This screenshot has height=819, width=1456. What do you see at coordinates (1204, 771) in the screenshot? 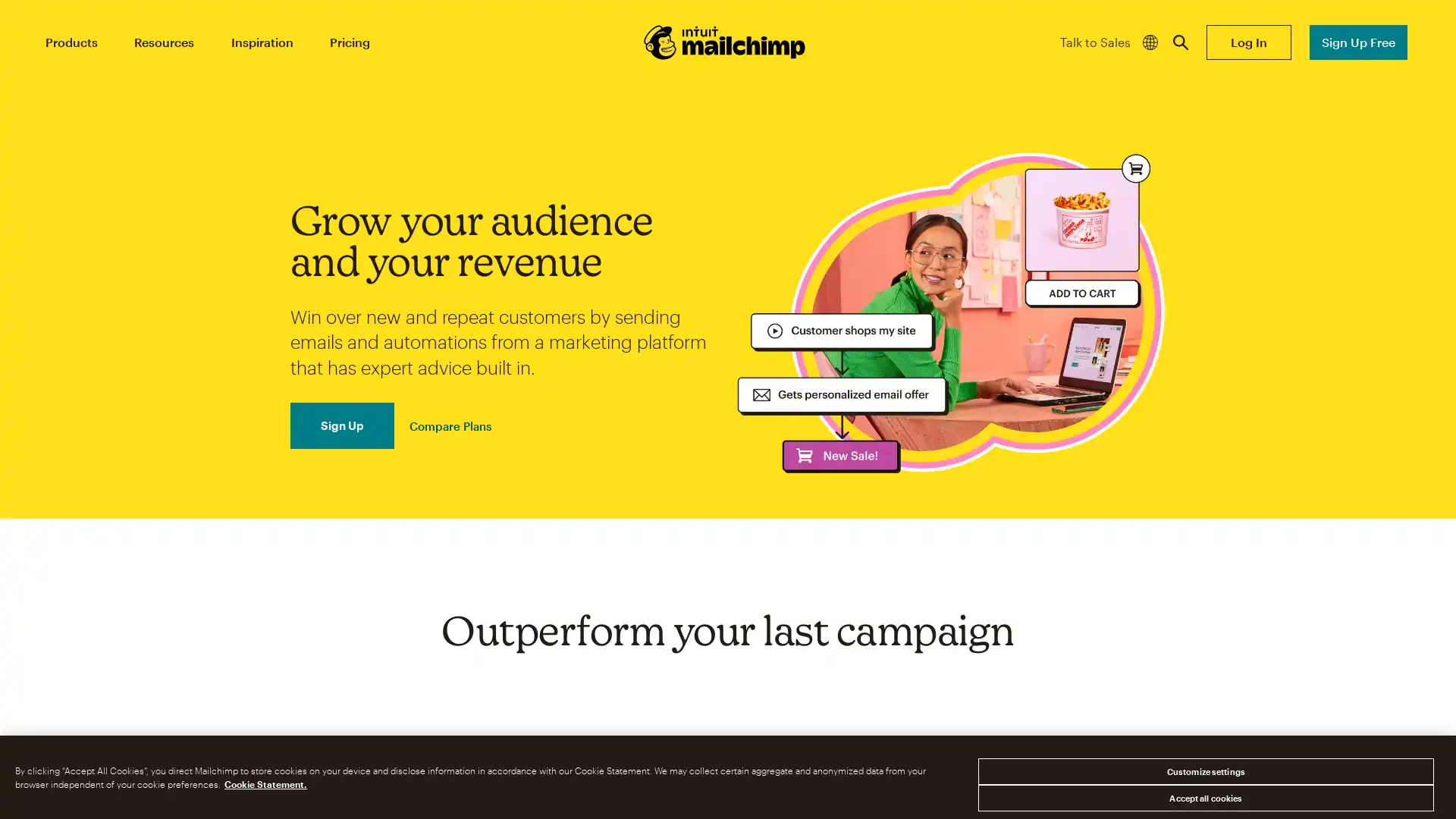
I see `Customize settings` at bounding box center [1204, 771].